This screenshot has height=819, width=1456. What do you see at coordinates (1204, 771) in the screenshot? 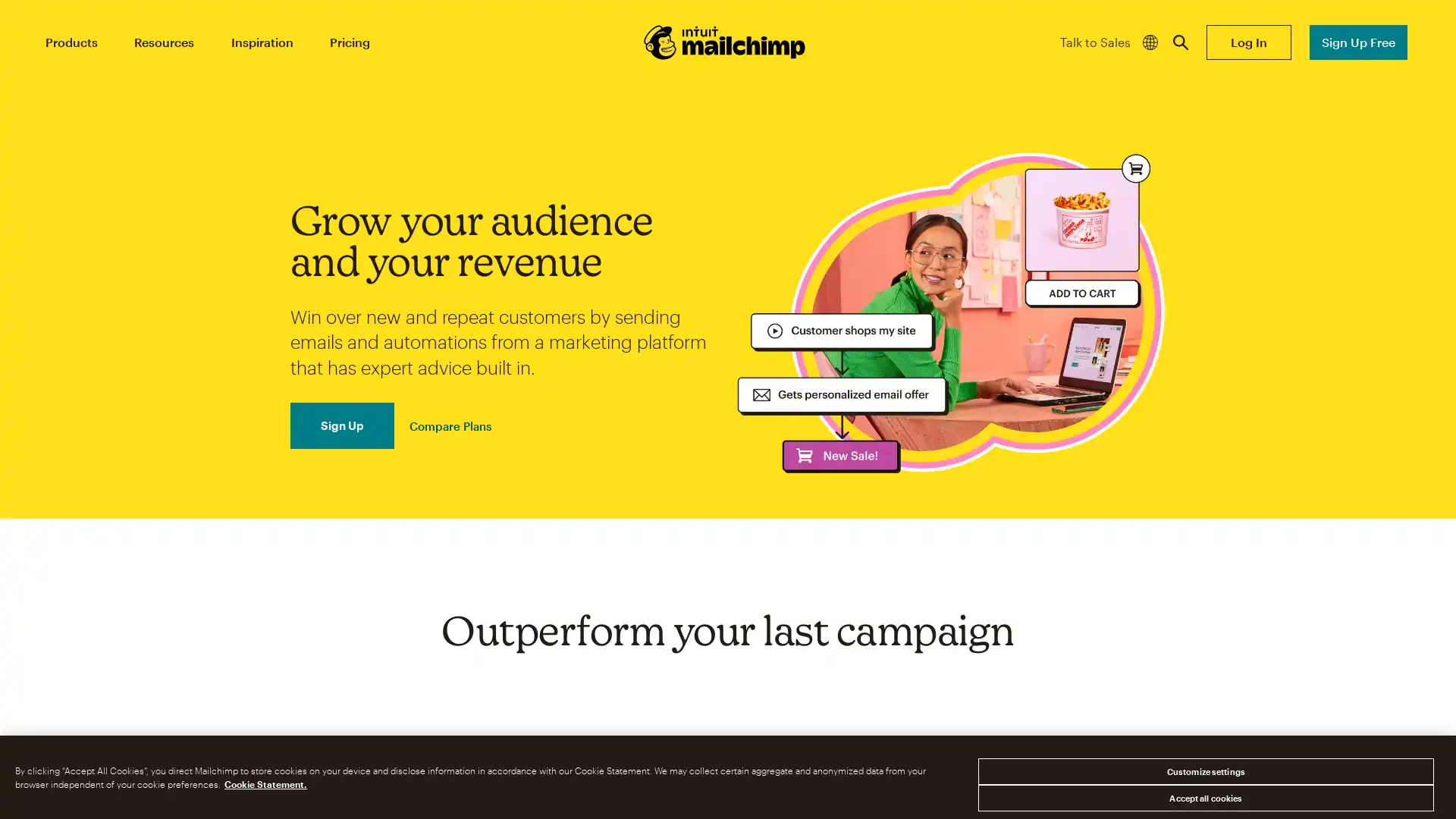
I see `Customize settings` at bounding box center [1204, 771].